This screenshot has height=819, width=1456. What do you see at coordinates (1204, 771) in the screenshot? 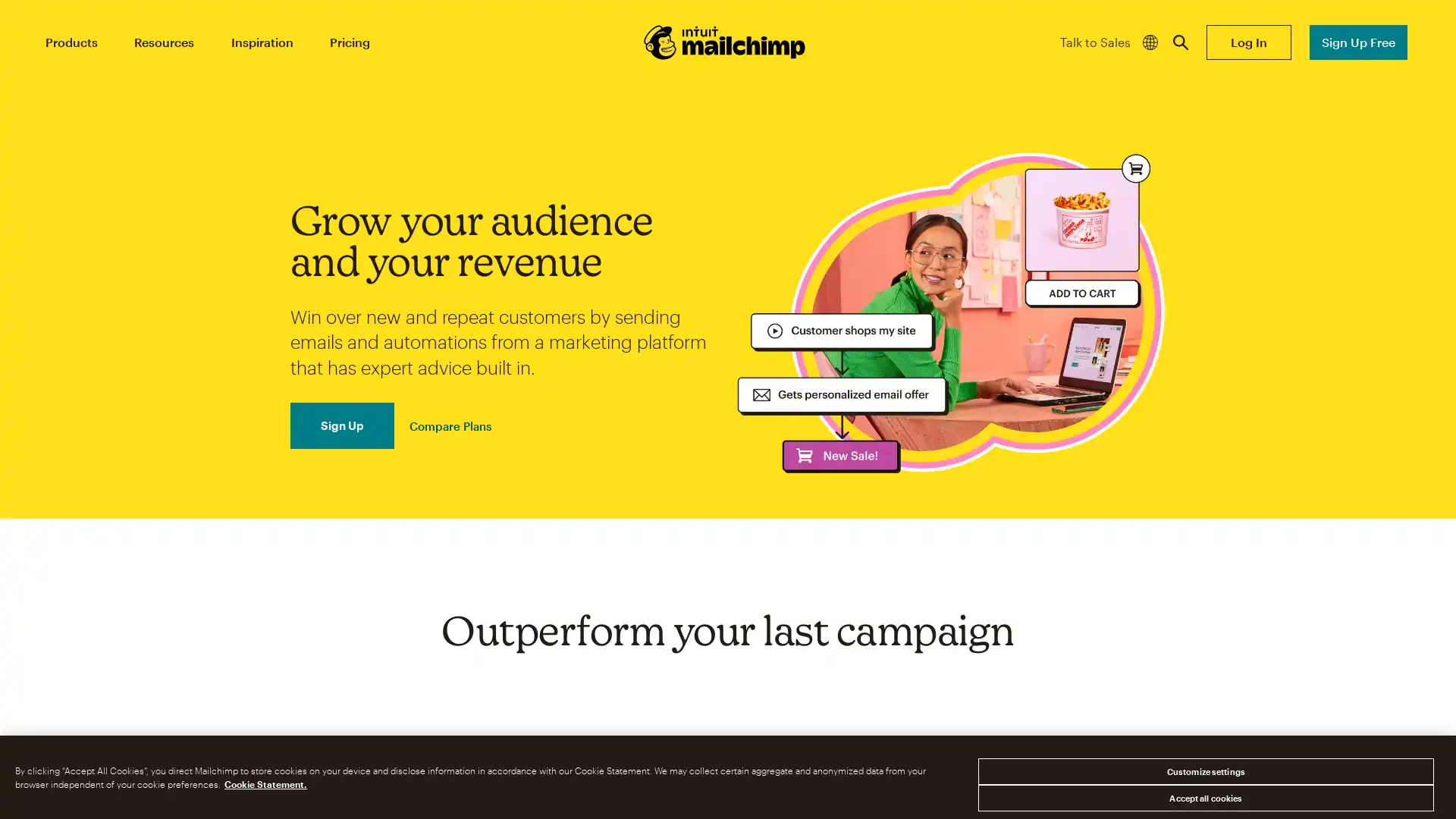
I see `Customize settings` at bounding box center [1204, 771].